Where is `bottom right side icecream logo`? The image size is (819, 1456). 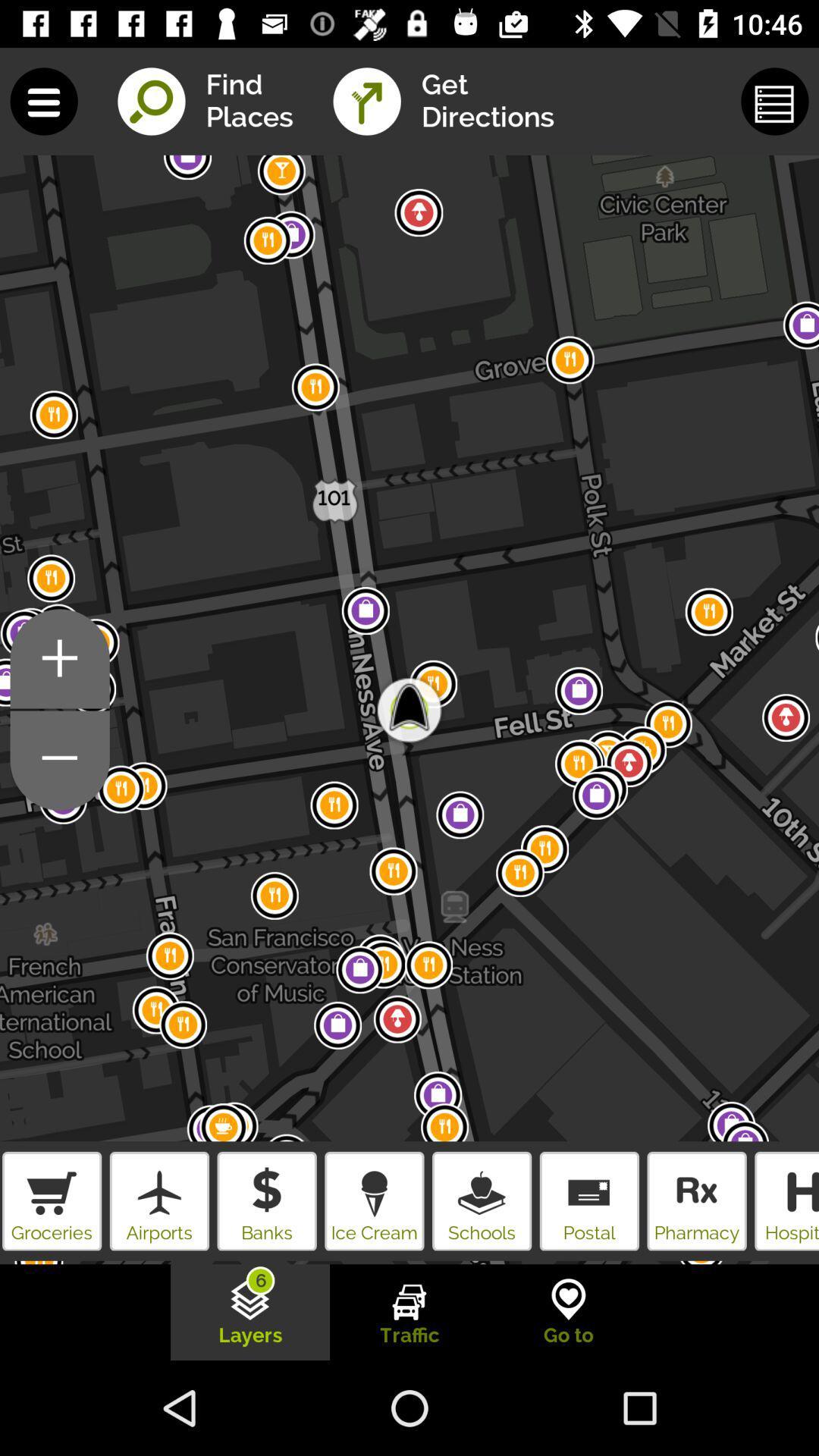
bottom right side icecream logo is located at coordinates (482, 1200).